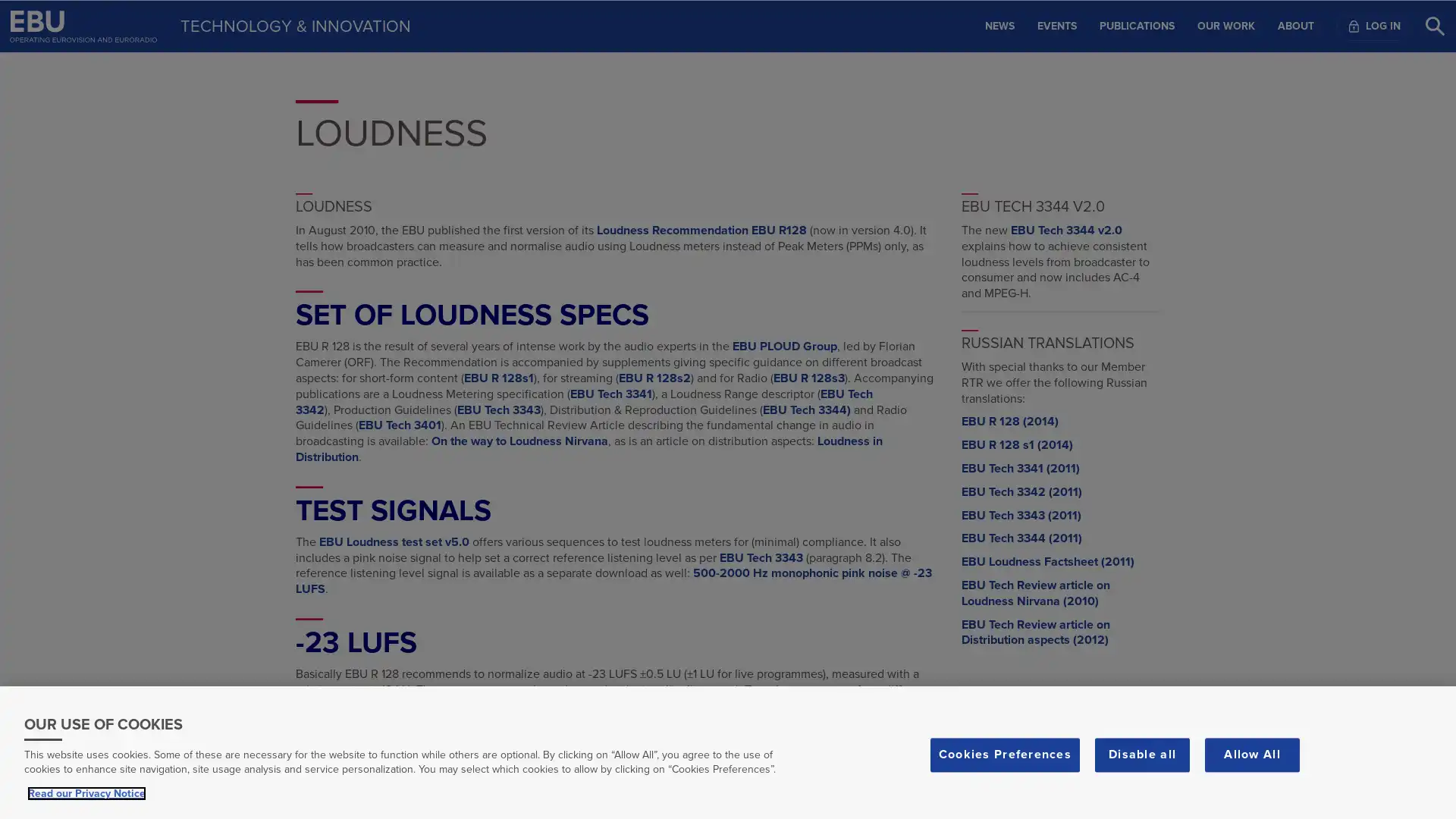 The image size is (1456, 819). Describe the element at coordinates (1434, 26) in the screenshot. I see `Search` at that location.